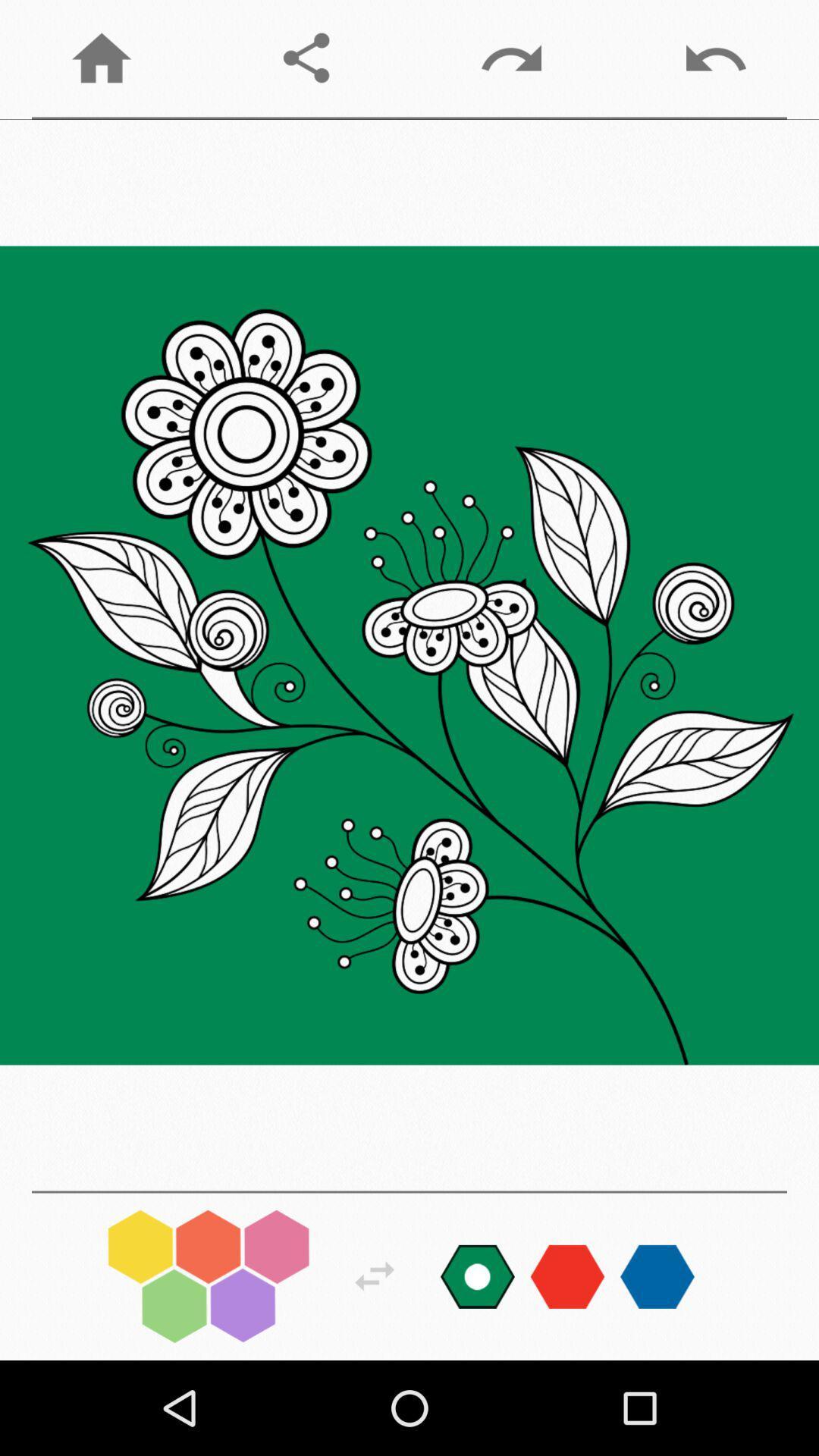 Image resolution: width=819 pixels, height=1456 pixels. Describe the element at coordinates (657, 1276) in the screenshot. I see `the star icon` at that location.